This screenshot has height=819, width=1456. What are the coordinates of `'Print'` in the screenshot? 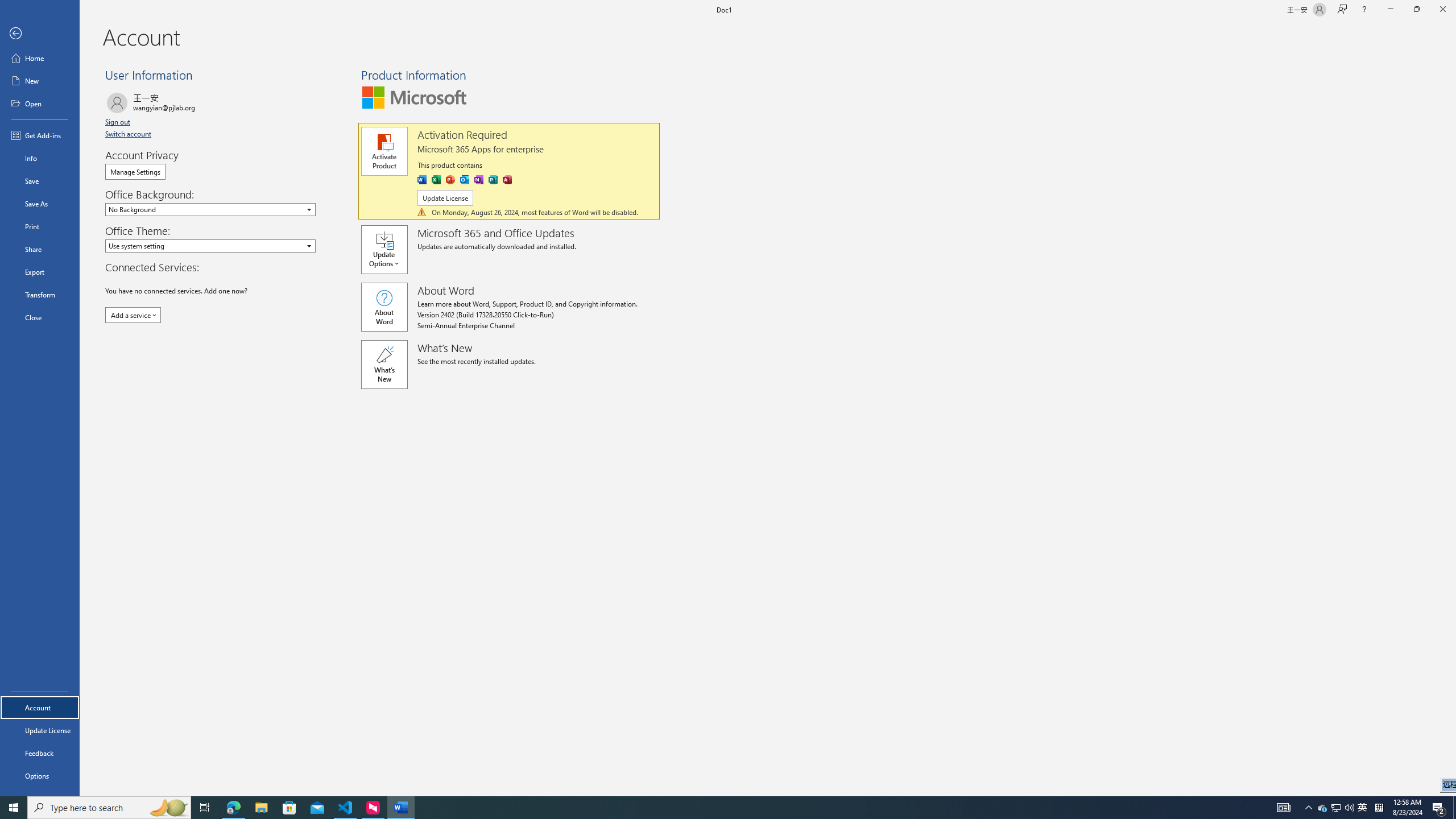 It's located at (39, 226).